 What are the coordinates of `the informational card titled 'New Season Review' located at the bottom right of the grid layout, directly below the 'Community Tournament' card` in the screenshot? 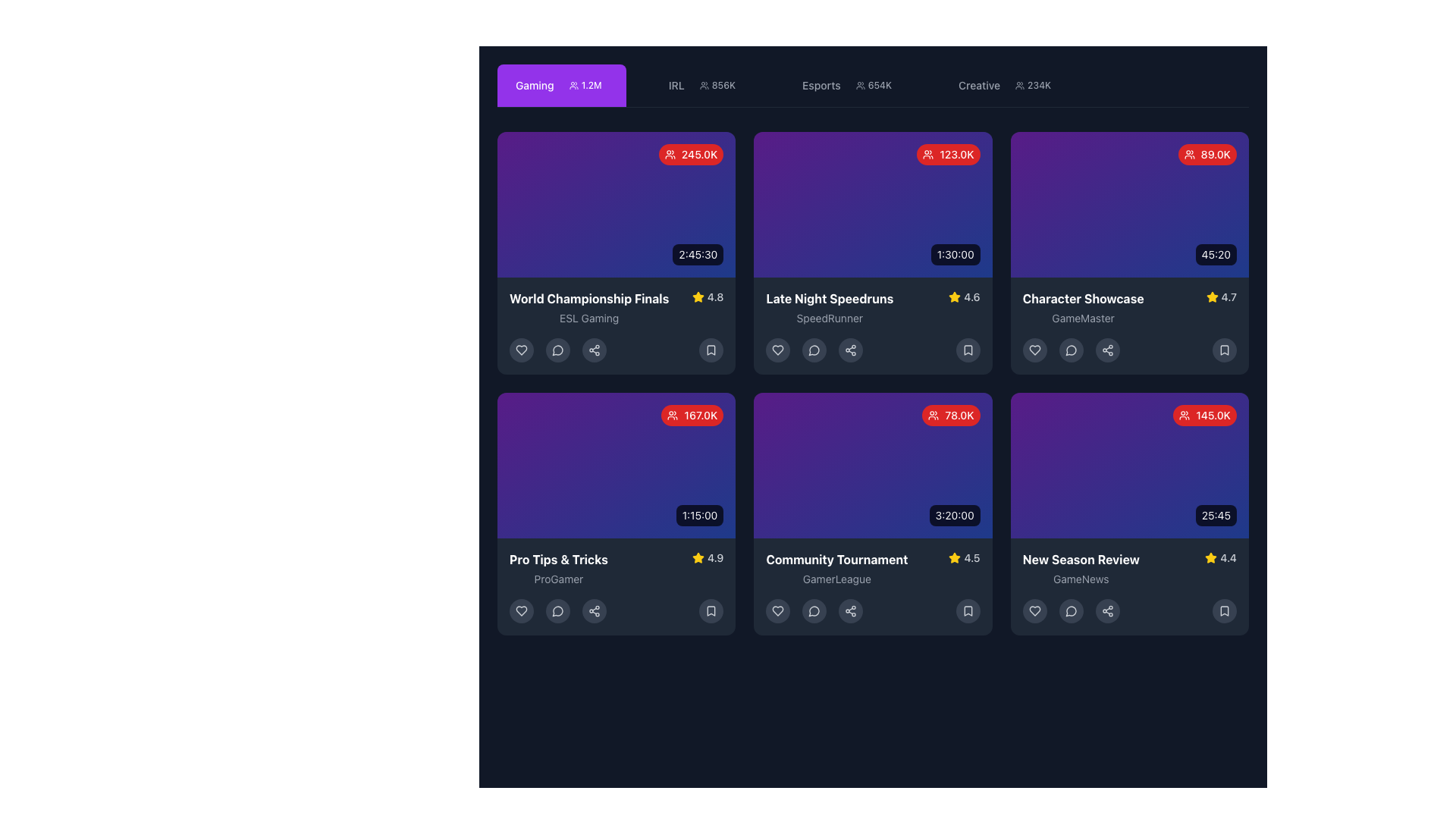 It's located at (1129, 586).